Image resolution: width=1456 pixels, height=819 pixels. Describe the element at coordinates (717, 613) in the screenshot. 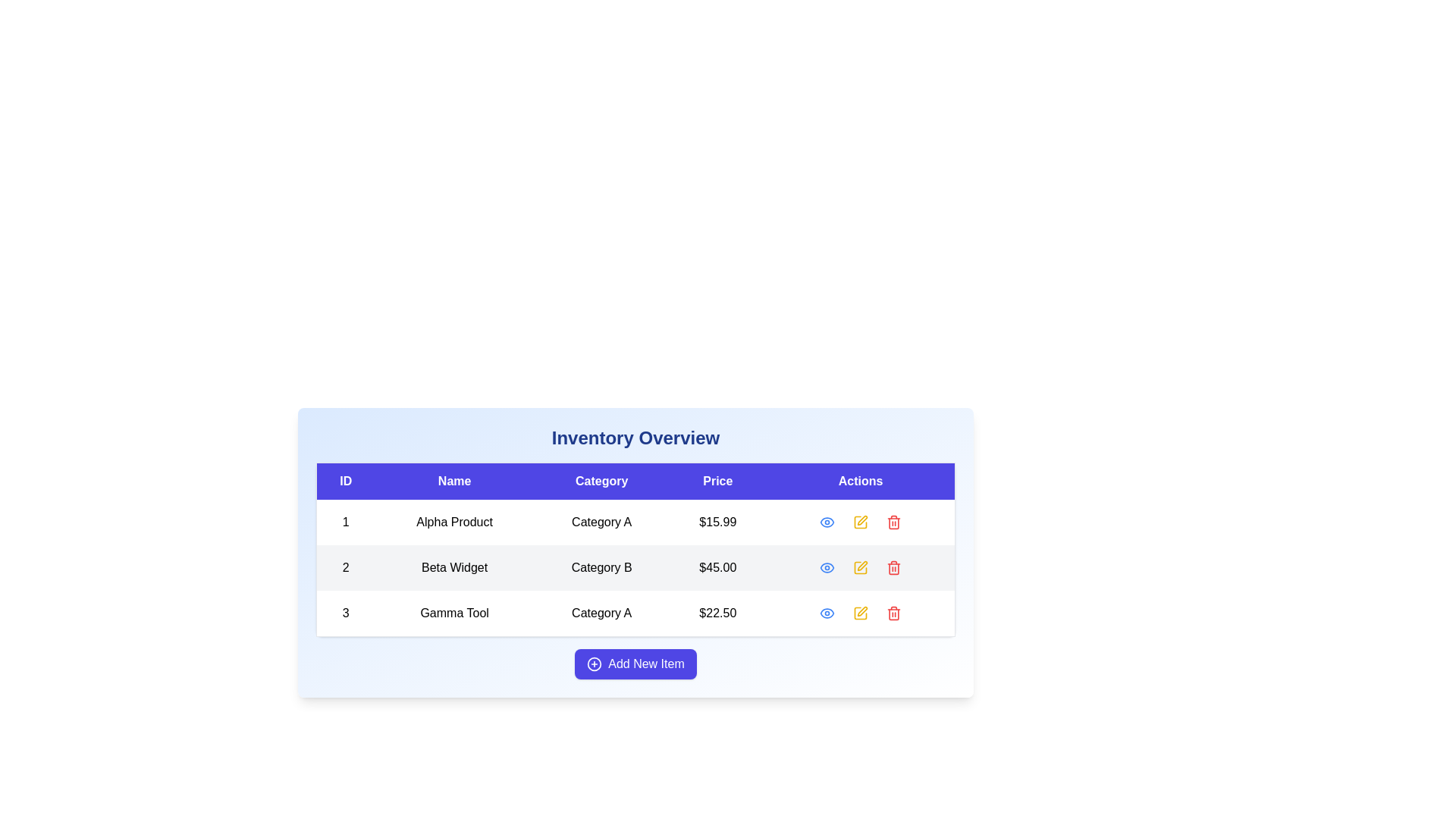

I see `the static text displaying the price of the listed item in the fourth column of the last row of the 'Inventory Overview' table` at that location.